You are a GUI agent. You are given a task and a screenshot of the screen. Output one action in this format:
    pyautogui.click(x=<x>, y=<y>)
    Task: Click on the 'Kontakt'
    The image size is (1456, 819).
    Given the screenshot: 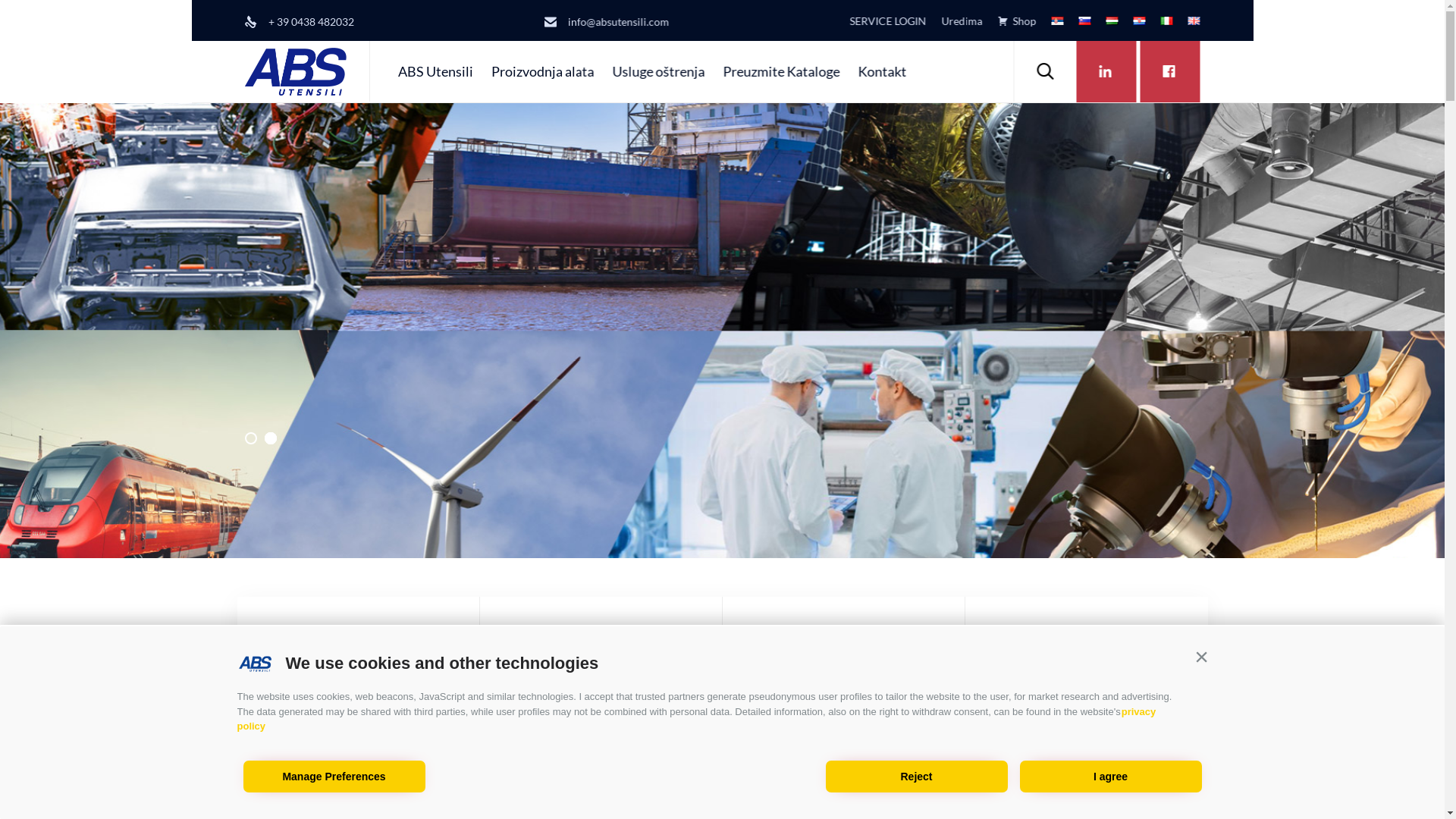 What is the action you would take?
    pyautogui.click(x=847, y=71)
    